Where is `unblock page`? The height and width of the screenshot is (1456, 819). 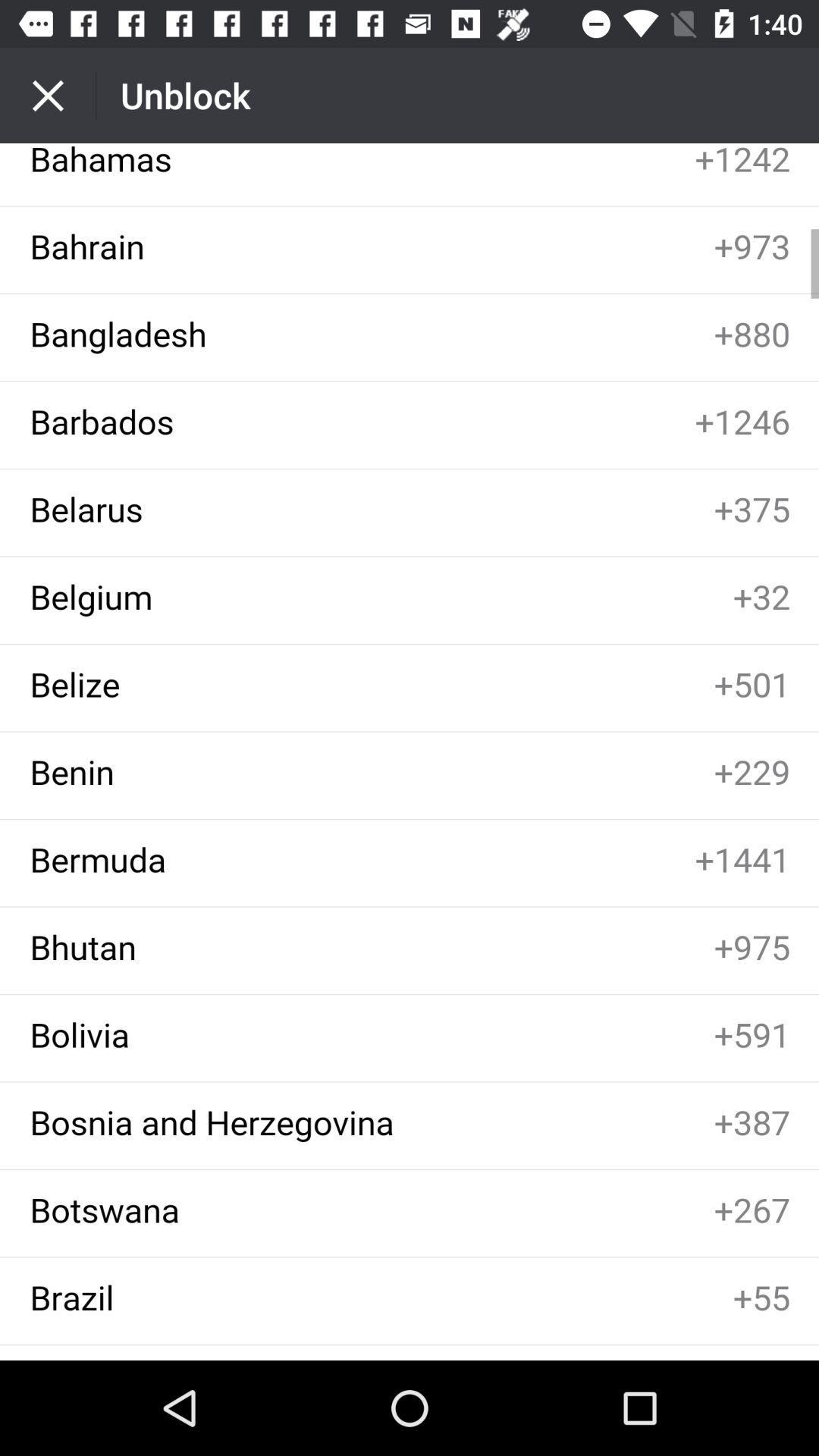
unblock page is located at coordinates (409, 752).